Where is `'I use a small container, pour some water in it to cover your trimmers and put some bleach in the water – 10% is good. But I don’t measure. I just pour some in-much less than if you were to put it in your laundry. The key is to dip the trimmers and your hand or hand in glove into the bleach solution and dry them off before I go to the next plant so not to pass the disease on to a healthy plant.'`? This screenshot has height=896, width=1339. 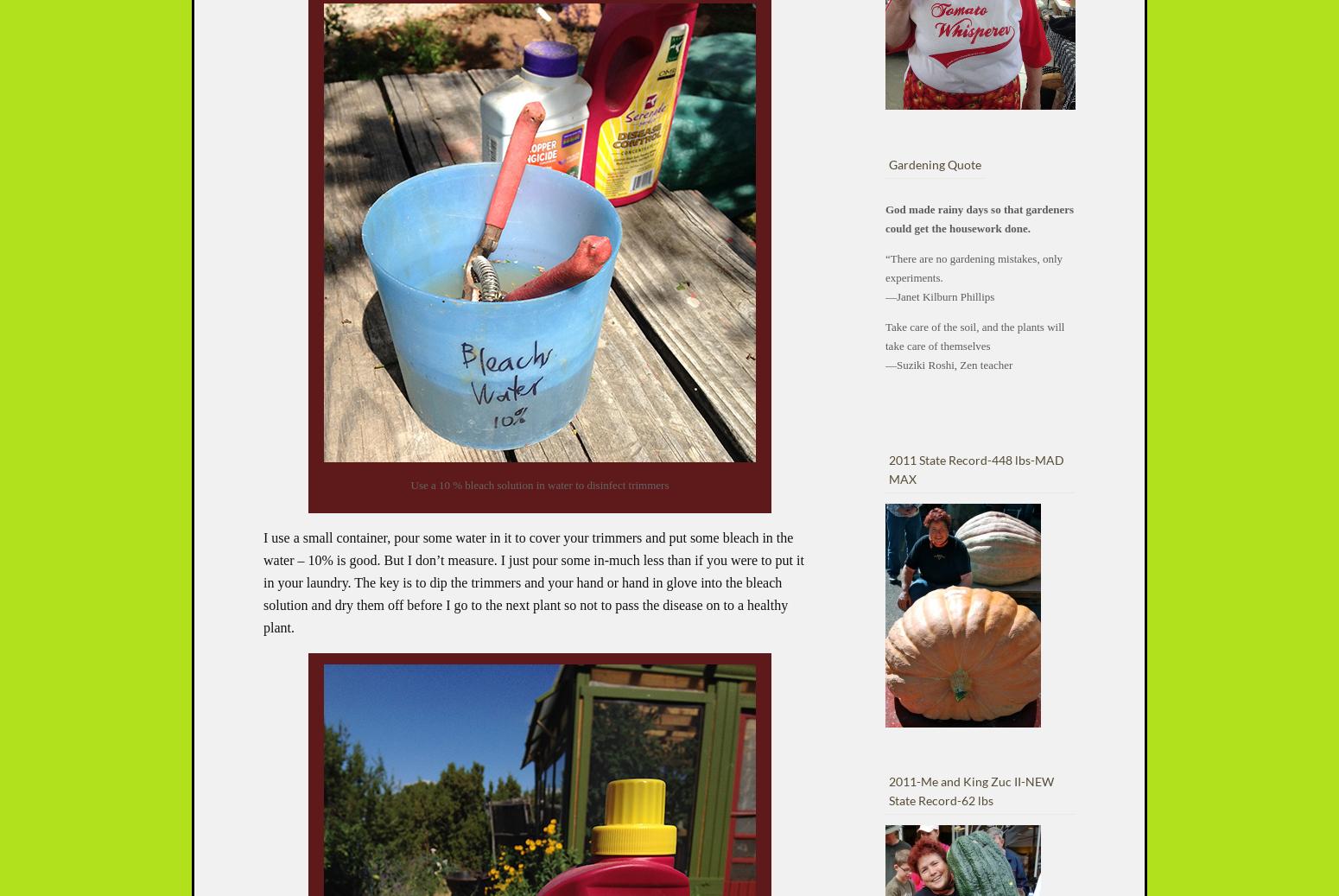
'I use a small container, pour some water in it to cover your trimmers and put some bleach in the water – 10% is good. But I don’t measure. I just pour some in-much less than if you were to put it in your laundry. The key is to dip the trimmers and your hand or hand in glove into the bleach solution and dry them off before I go to the next plant so not to pass the disease on to a healthy plant.' is located at coordinates (533, 582).